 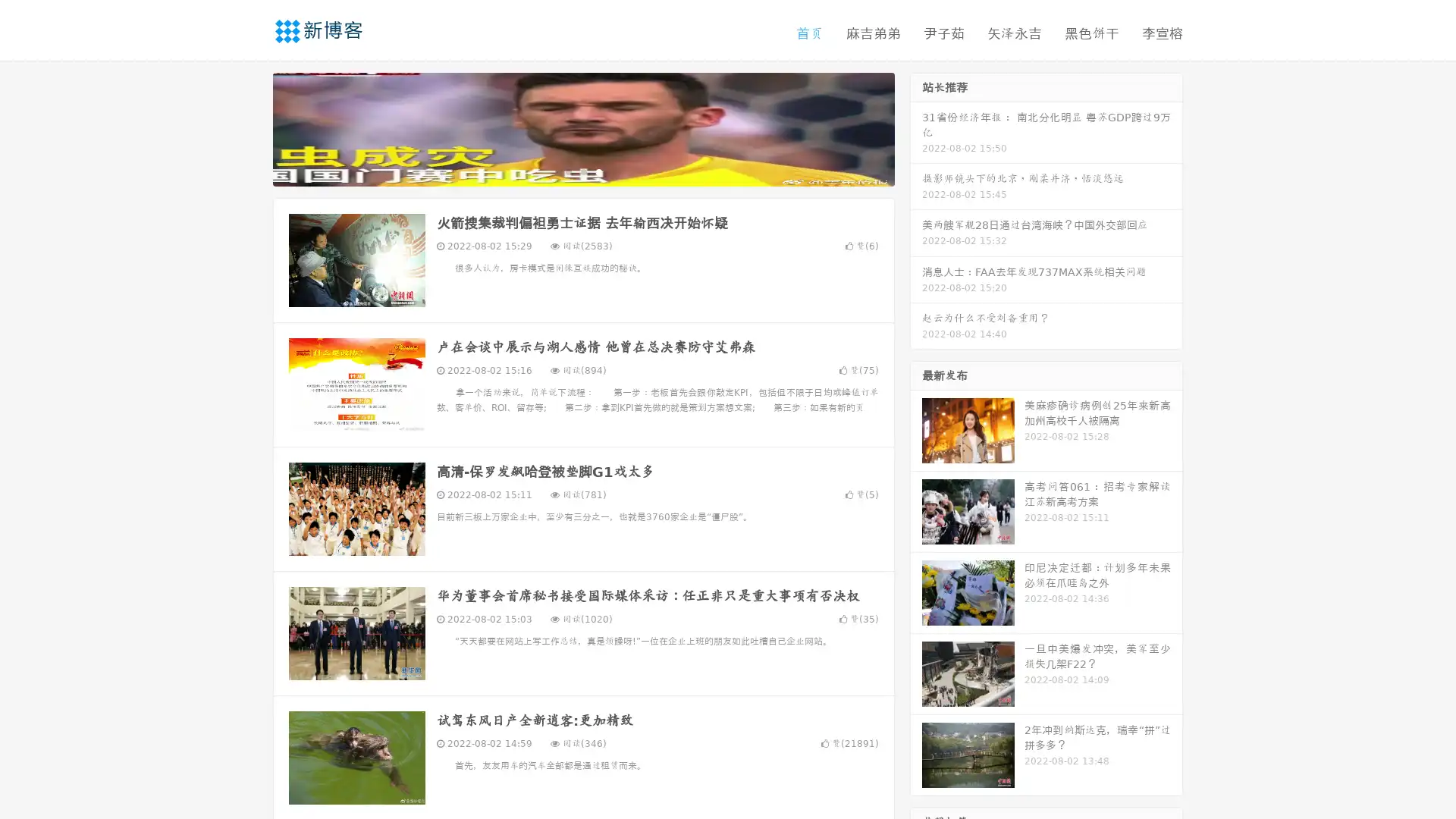 What do you see at coordinates (567, 171) in the screenshot?
I see `Go to slide 1` at bounding box center [567, 171].